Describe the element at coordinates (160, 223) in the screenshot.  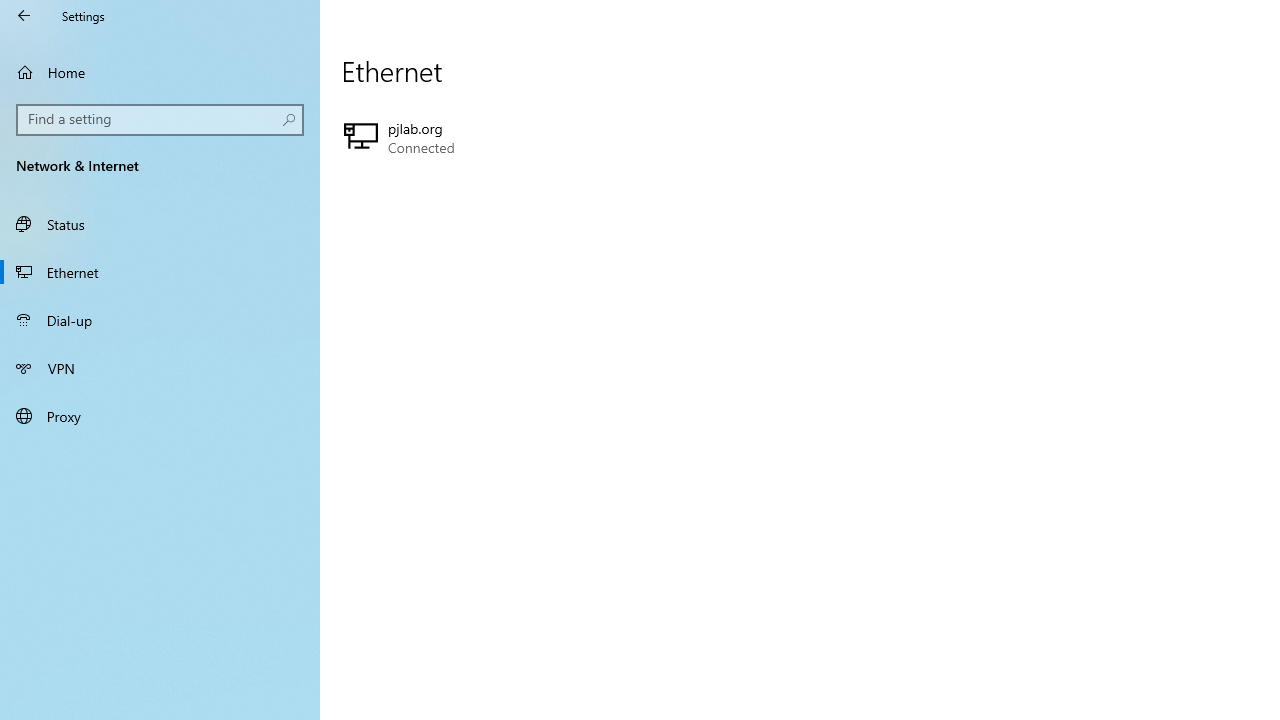
I see `'Status'` at that location.